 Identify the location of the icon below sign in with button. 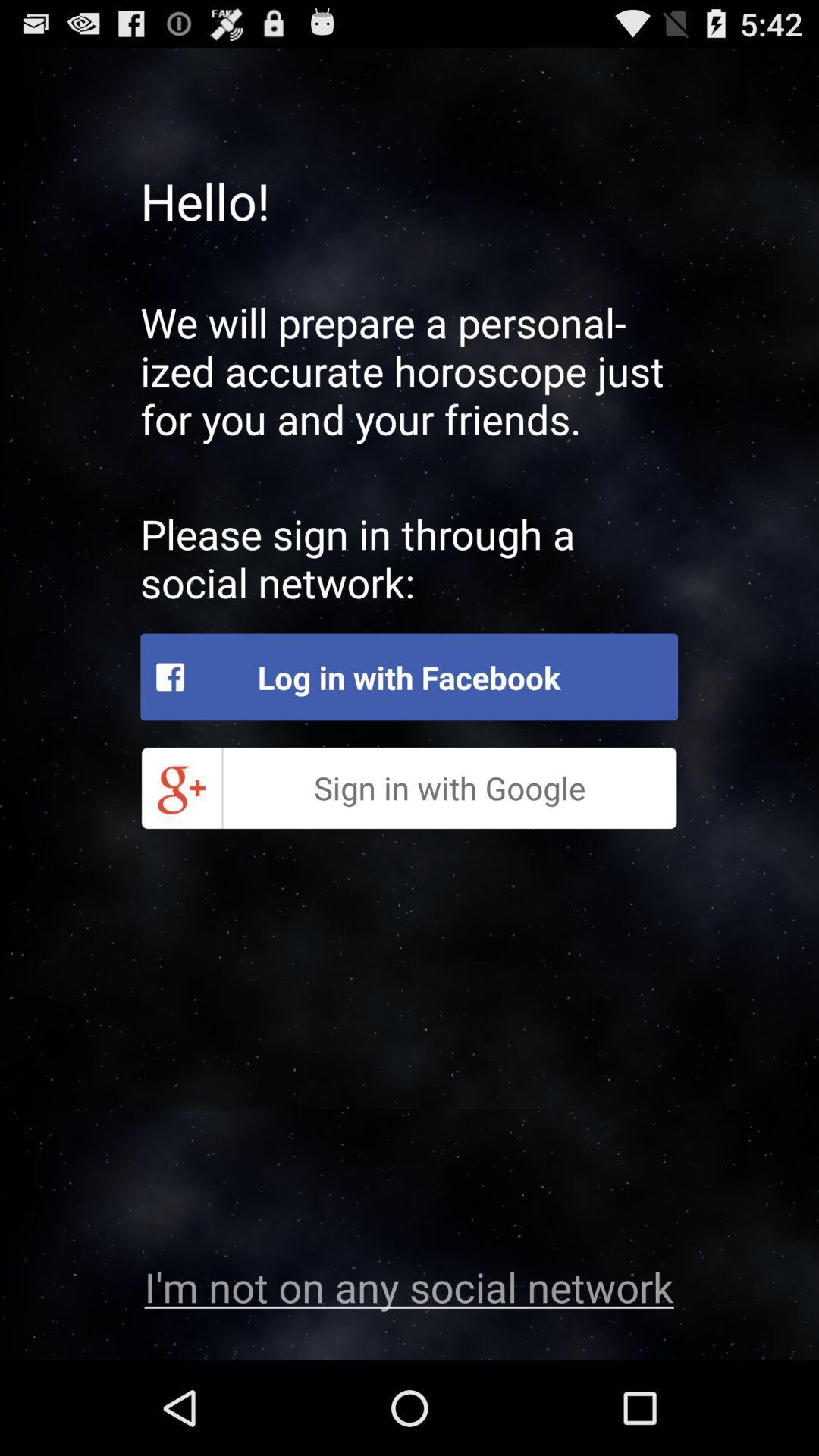
(408, 1285).